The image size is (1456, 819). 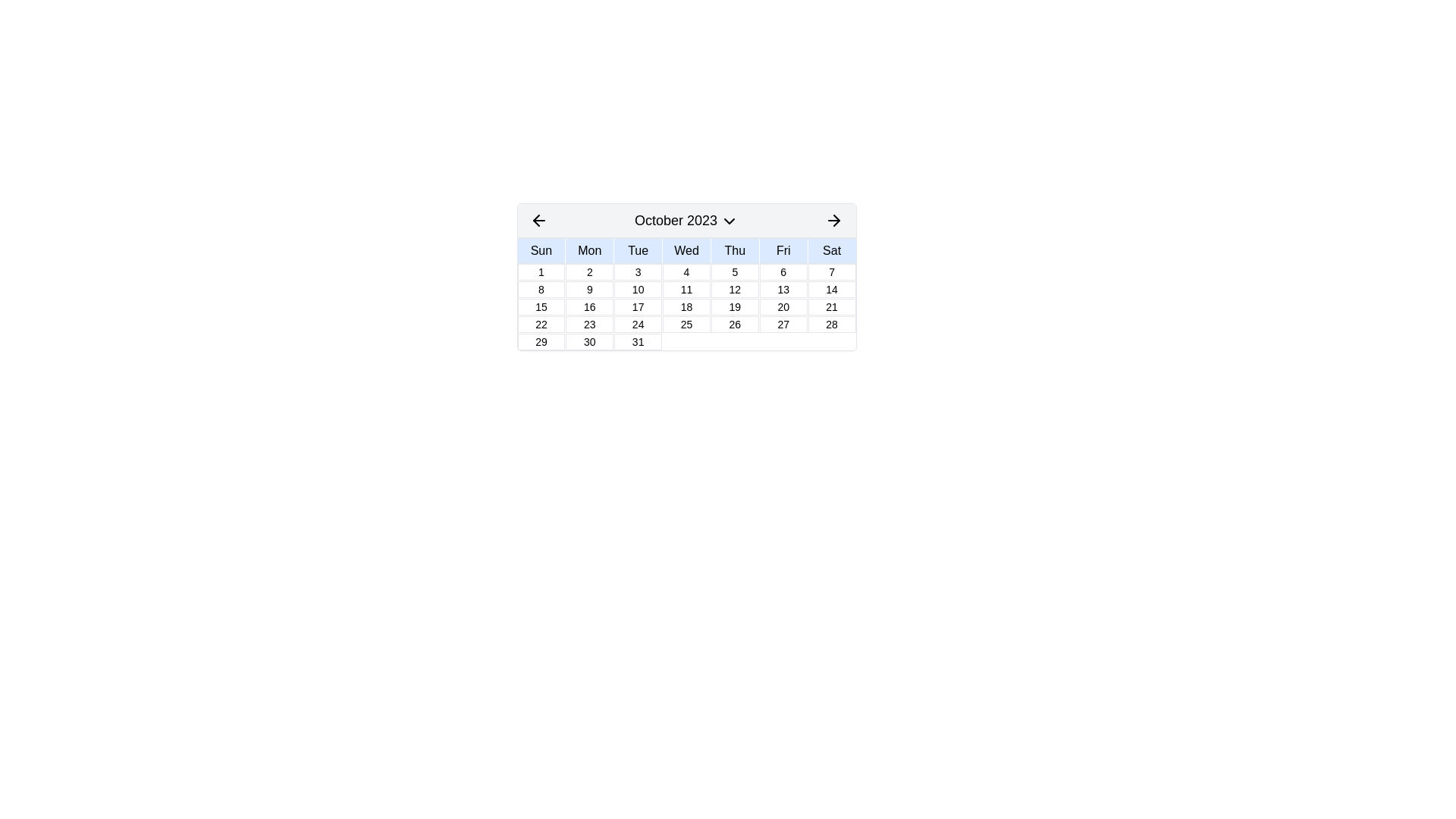 I want to click on the calendar date cell displaying the number '24' in black text, located in the fourth row and third column of the grid under the 'Tue' column header, so click(x=638, y=324).